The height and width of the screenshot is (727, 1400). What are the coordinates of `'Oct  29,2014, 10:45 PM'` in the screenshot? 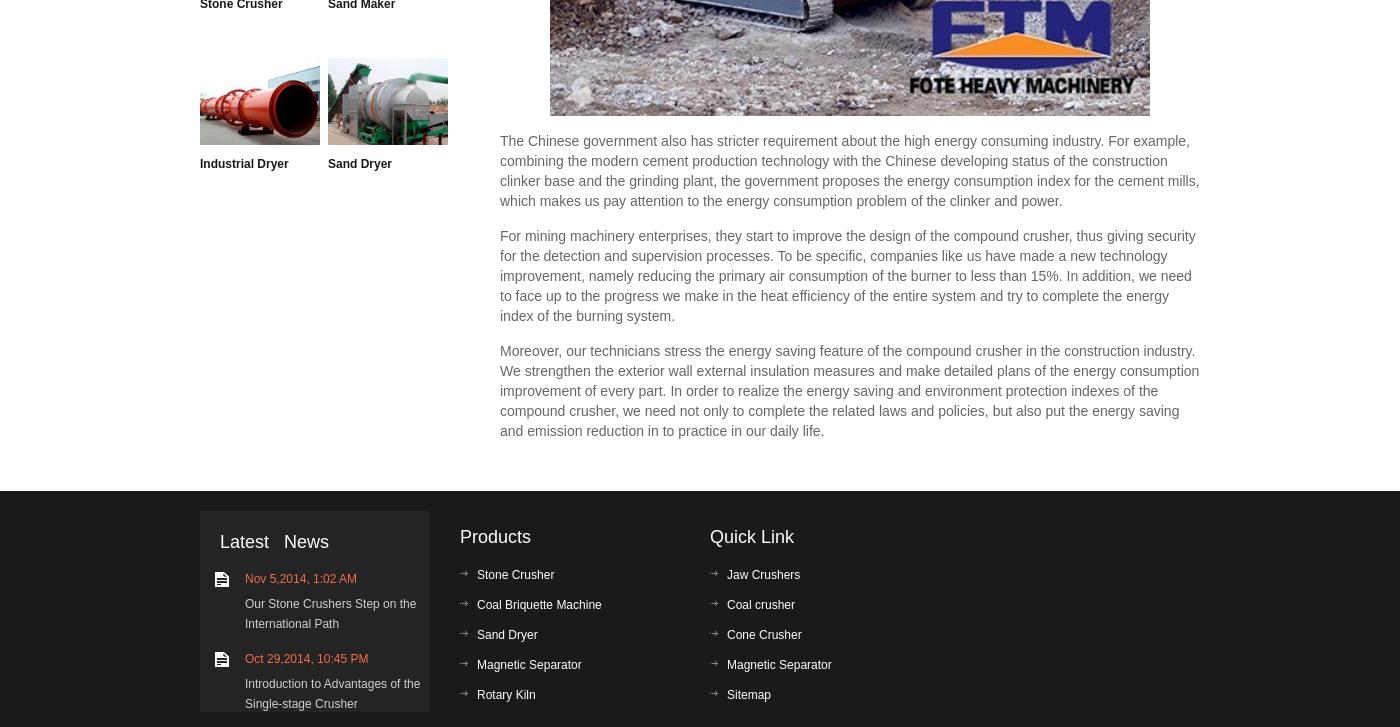 It's located at (244, 658).